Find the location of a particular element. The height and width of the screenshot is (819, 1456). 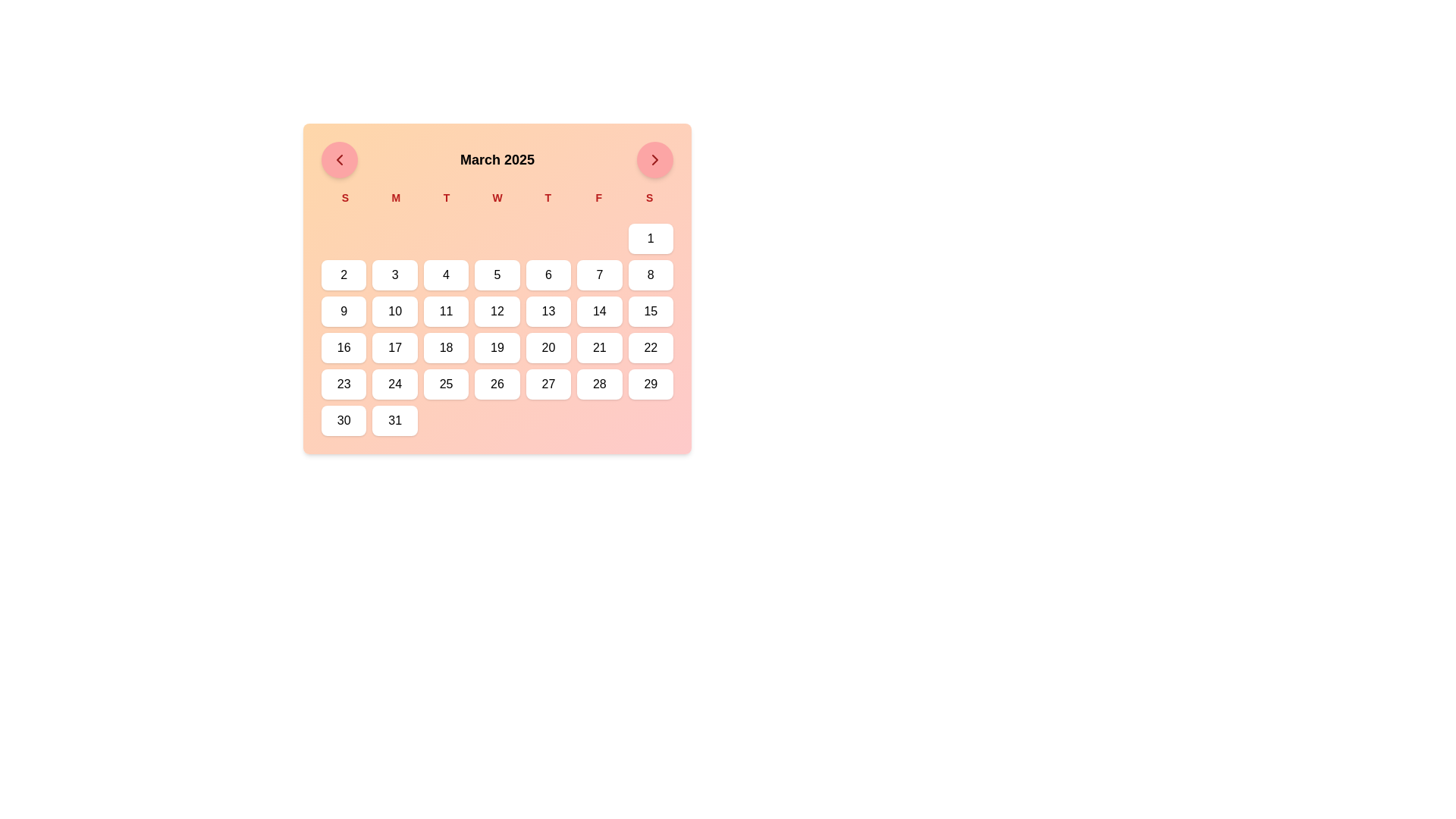

the Text label representing the starting day of the week in the calendar interface, located at the upper-left corner of the sequence of letters (S M T W T F S) is located at coordinates (344, 197).